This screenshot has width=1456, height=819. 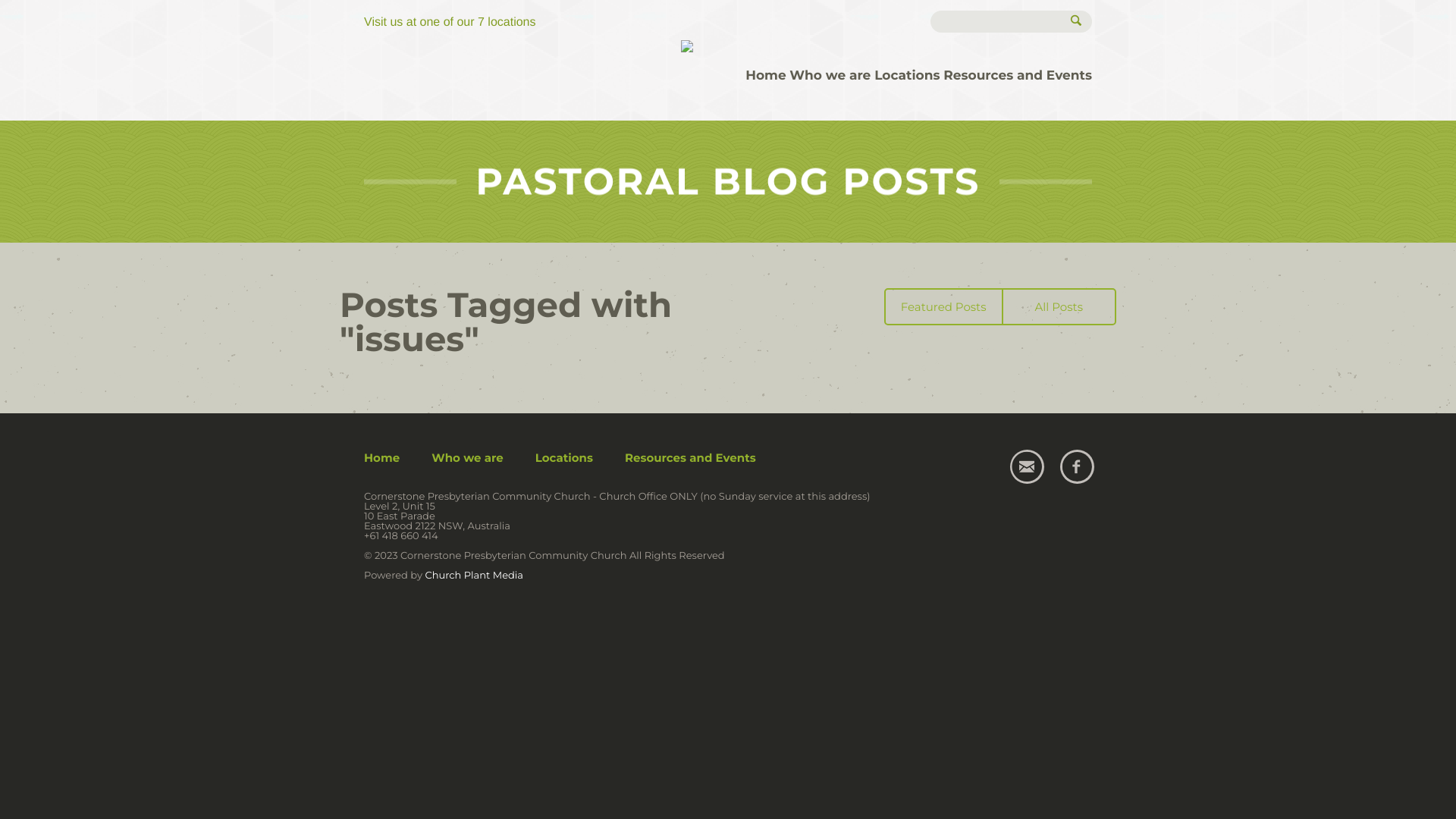 What do you see at coordinates (906, 76) in the screenshot?
I see `'Locations'` at bounding box center [906, 76].